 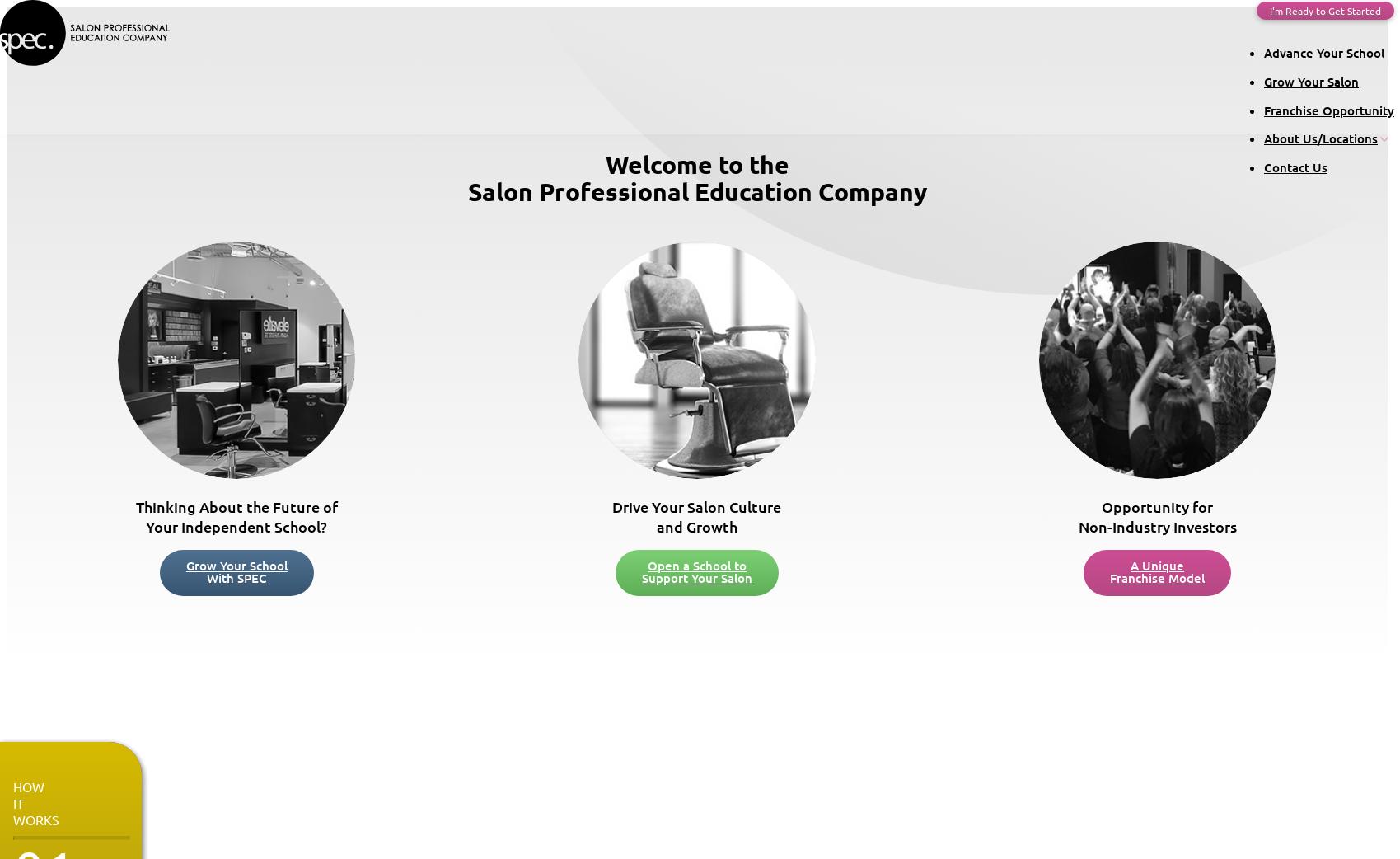 I want to click on 'Franchise Opportunity', so click(x=1328, y=109).